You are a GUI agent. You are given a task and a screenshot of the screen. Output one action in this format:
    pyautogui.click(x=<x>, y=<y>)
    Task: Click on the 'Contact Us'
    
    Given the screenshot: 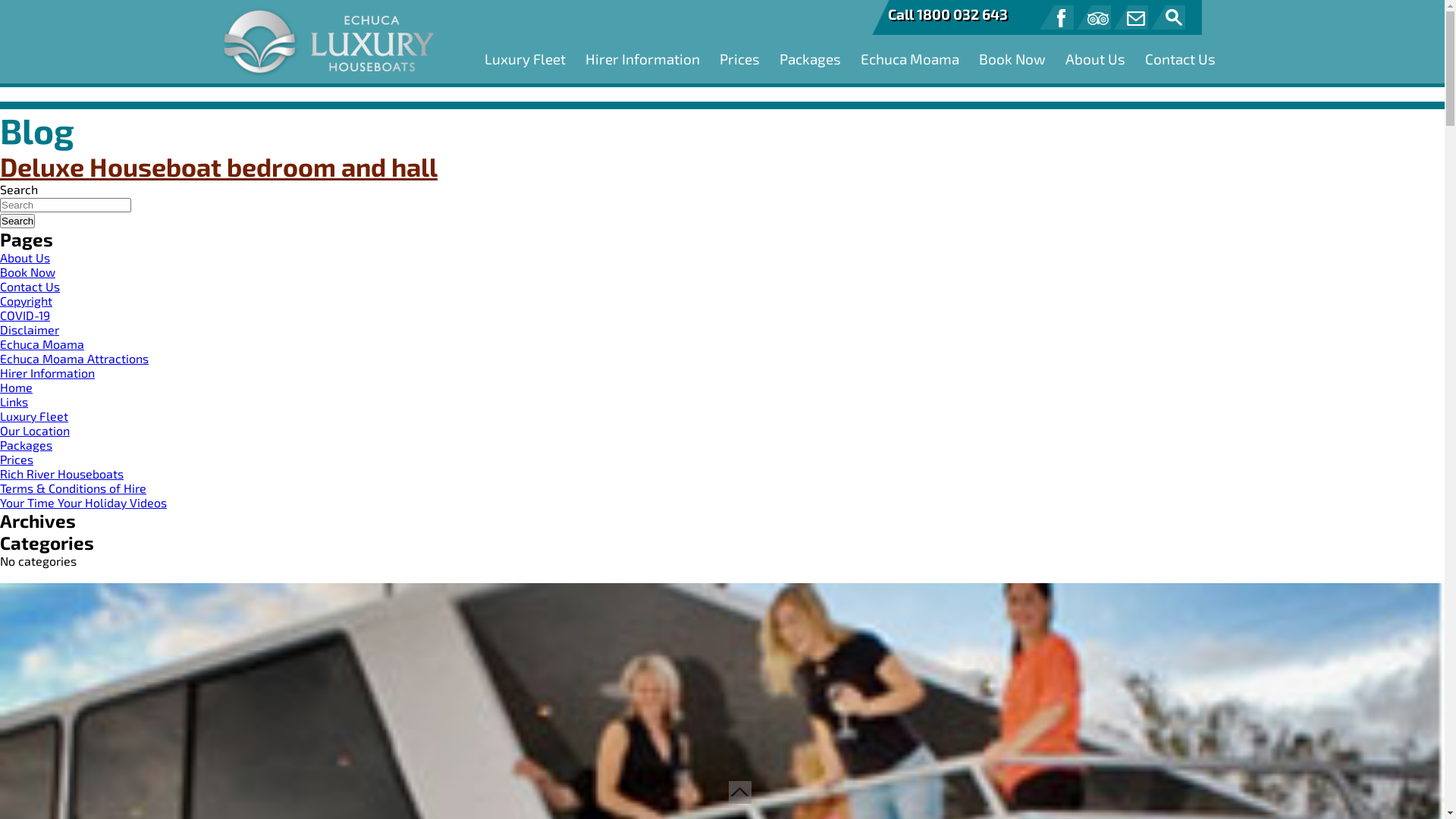 What is the action you would take?
    pyautogui.click(x=1131, y=58)
    